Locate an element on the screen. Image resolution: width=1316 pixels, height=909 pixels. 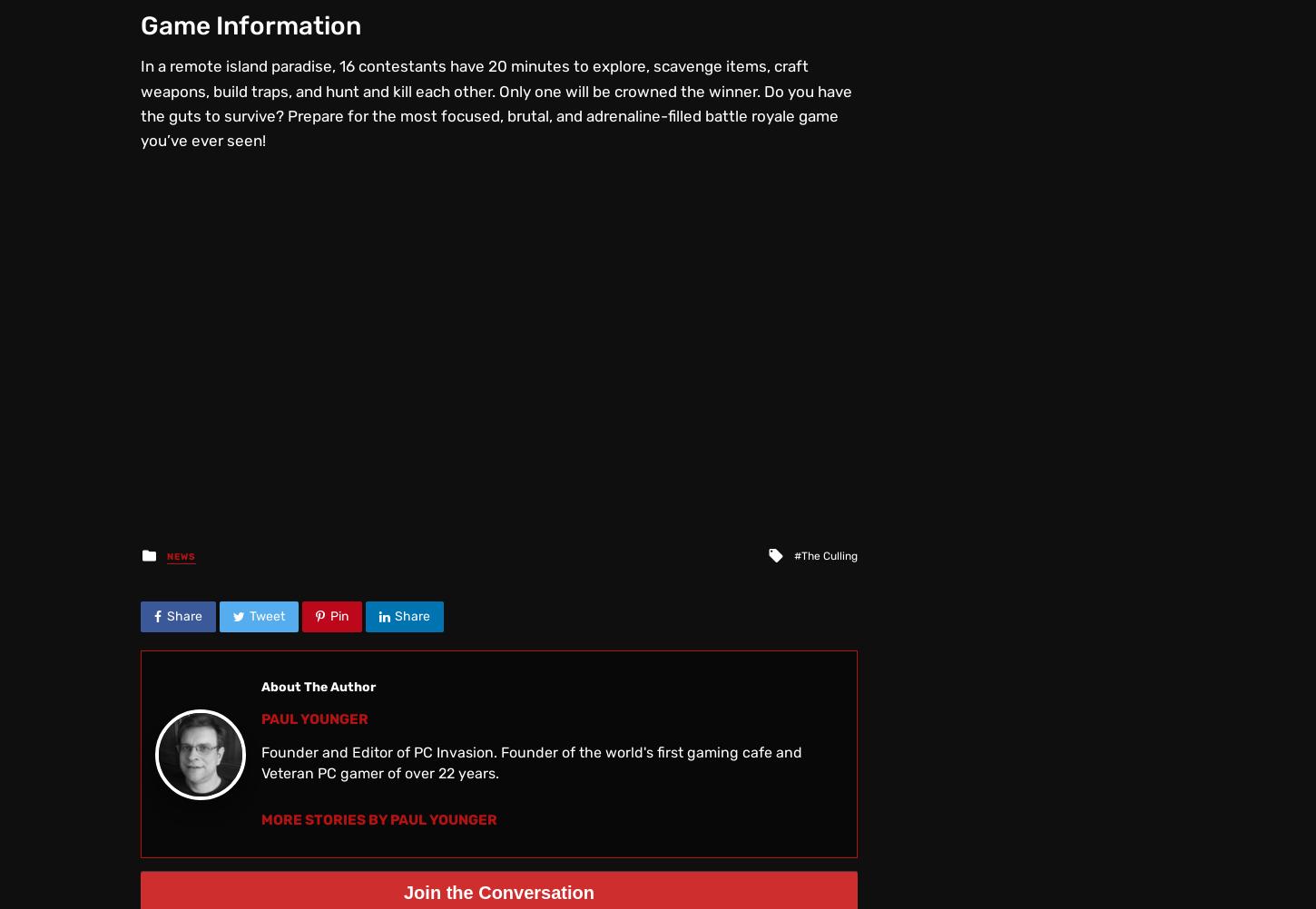
'Tweet' is located at coordinates (267, 615).